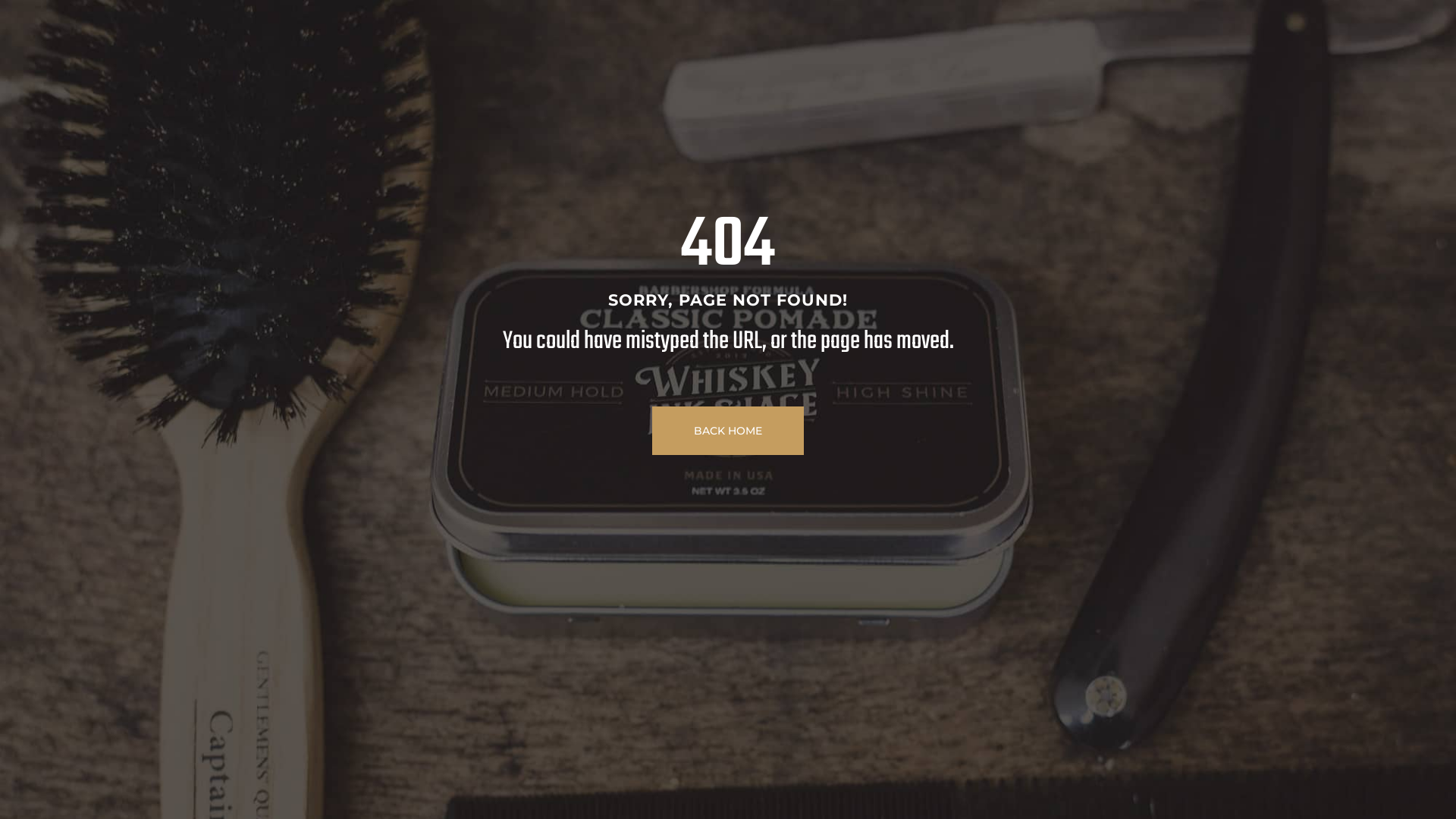 Image resolution: width=1456 pixels, height=819 pixels. What do you see at coordinates (651, 430) in the screenshot?
I see `'BACK HOME'` at bounding box center [651, 430].